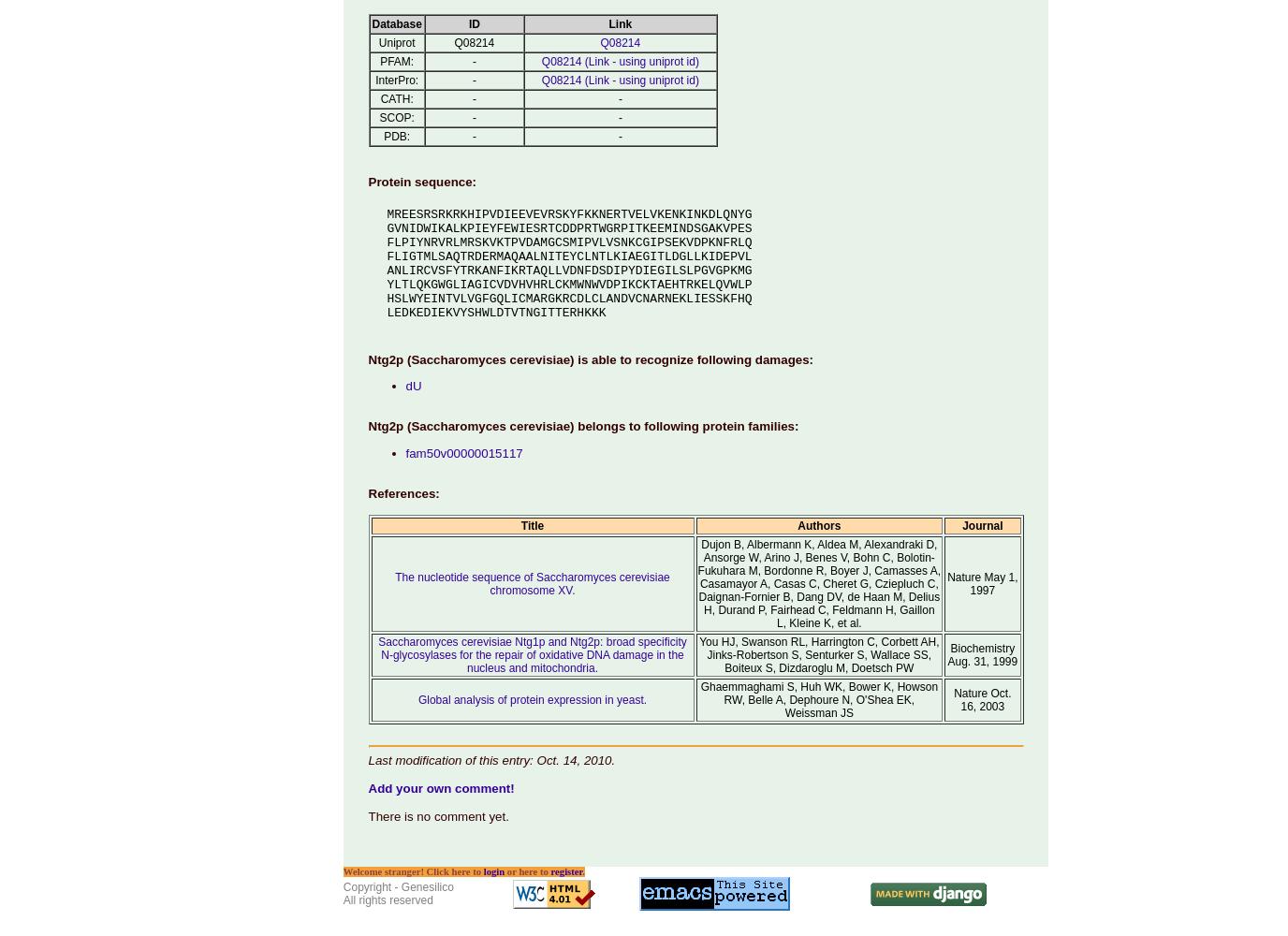 The image size is (1288, 936). Describe the element at coordinates (370, 23) in the screenshot. I see `'Database'` at that location.